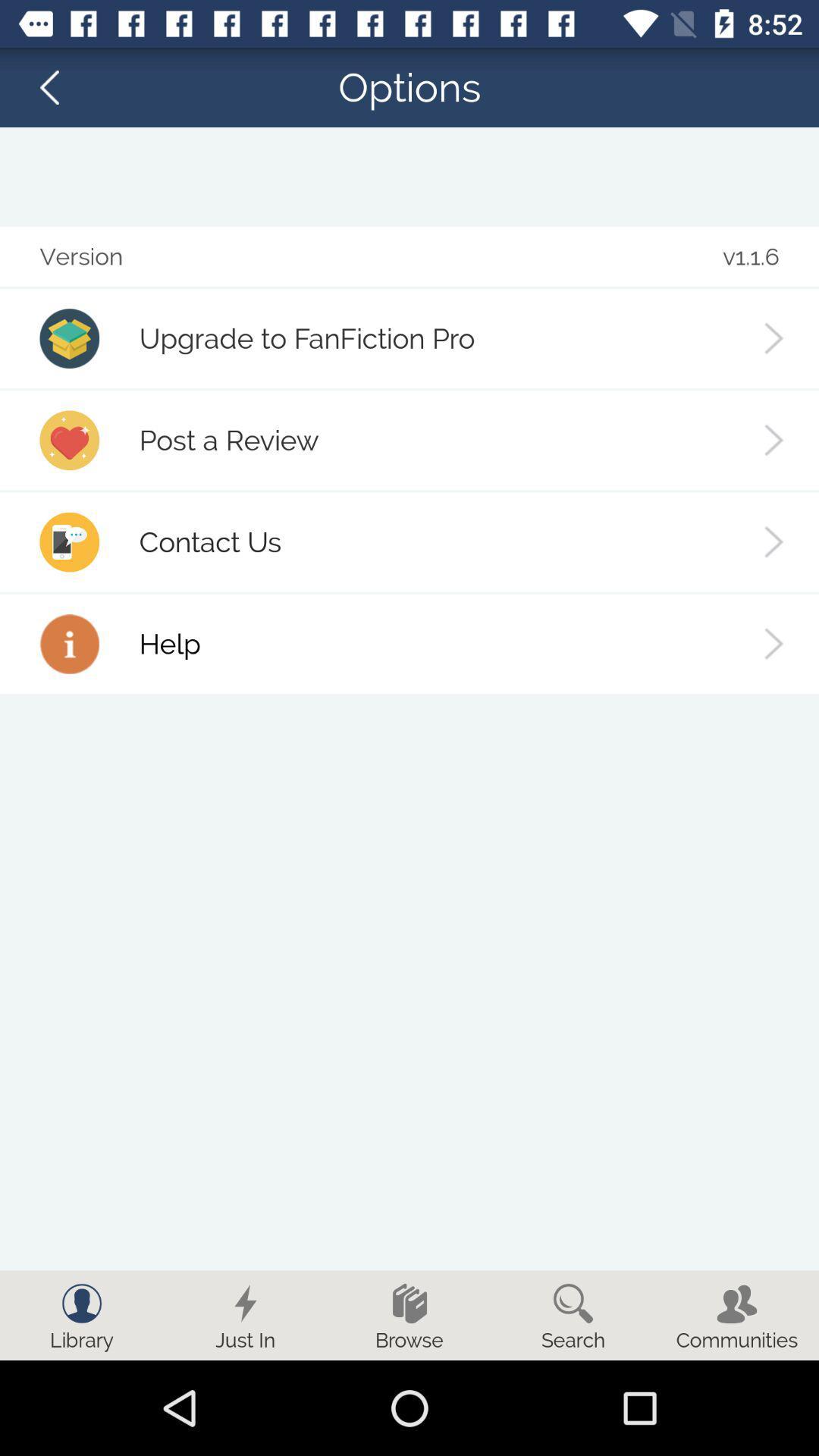 Image resolution: width=819 pixels, height=1456 pixels. What do you see at coordinates (58, 86) in the screenshot?
I see `the arrow_backward icon` at bounding box center [58, 86].